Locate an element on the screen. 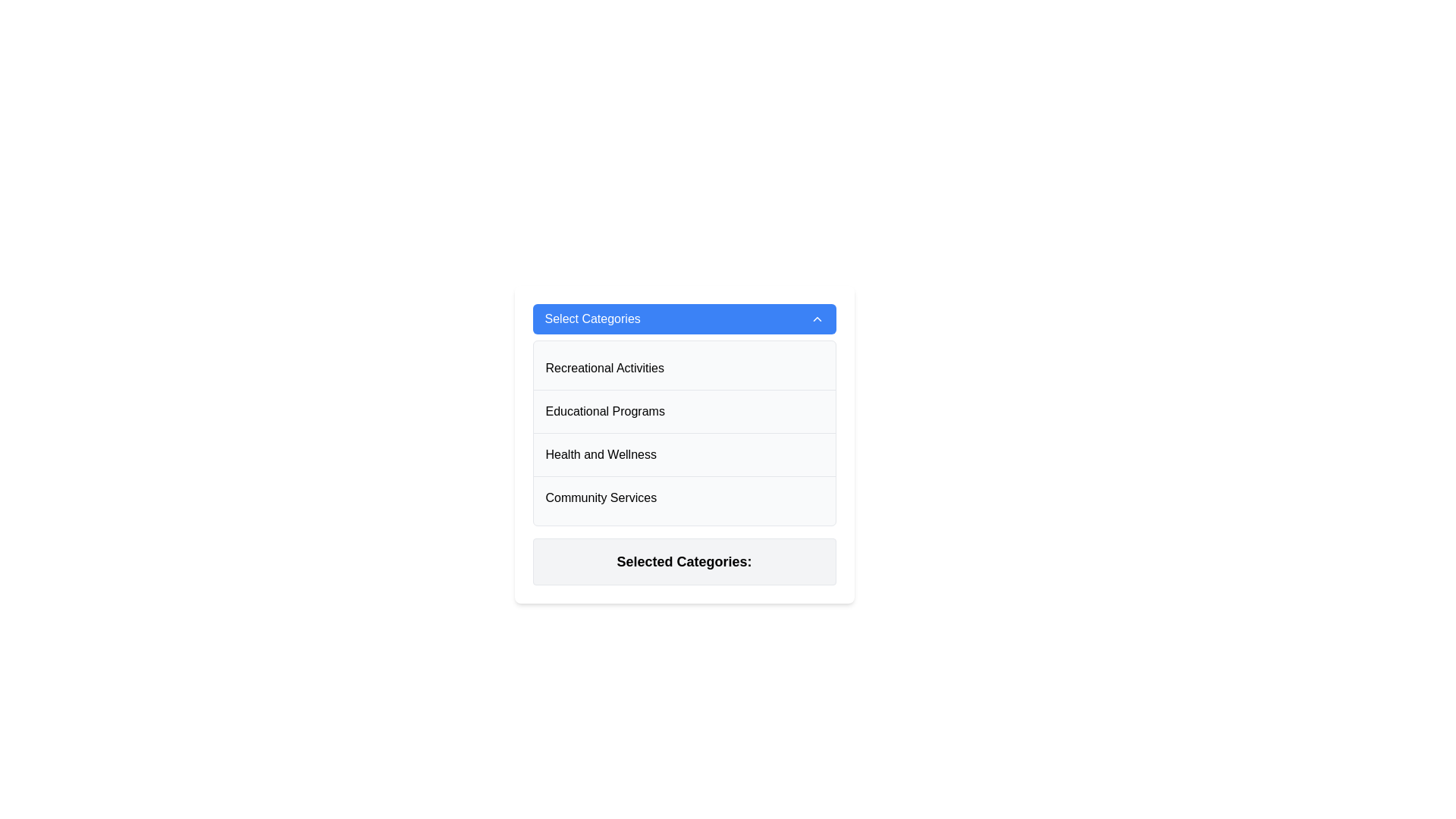 This screenshot has height=819, width=1456. to select the list item labeled 'Community Services', which is the fourth item in a vertically-stacked list, located below 'Health and Wellness' is located at coordinates (683, 497).